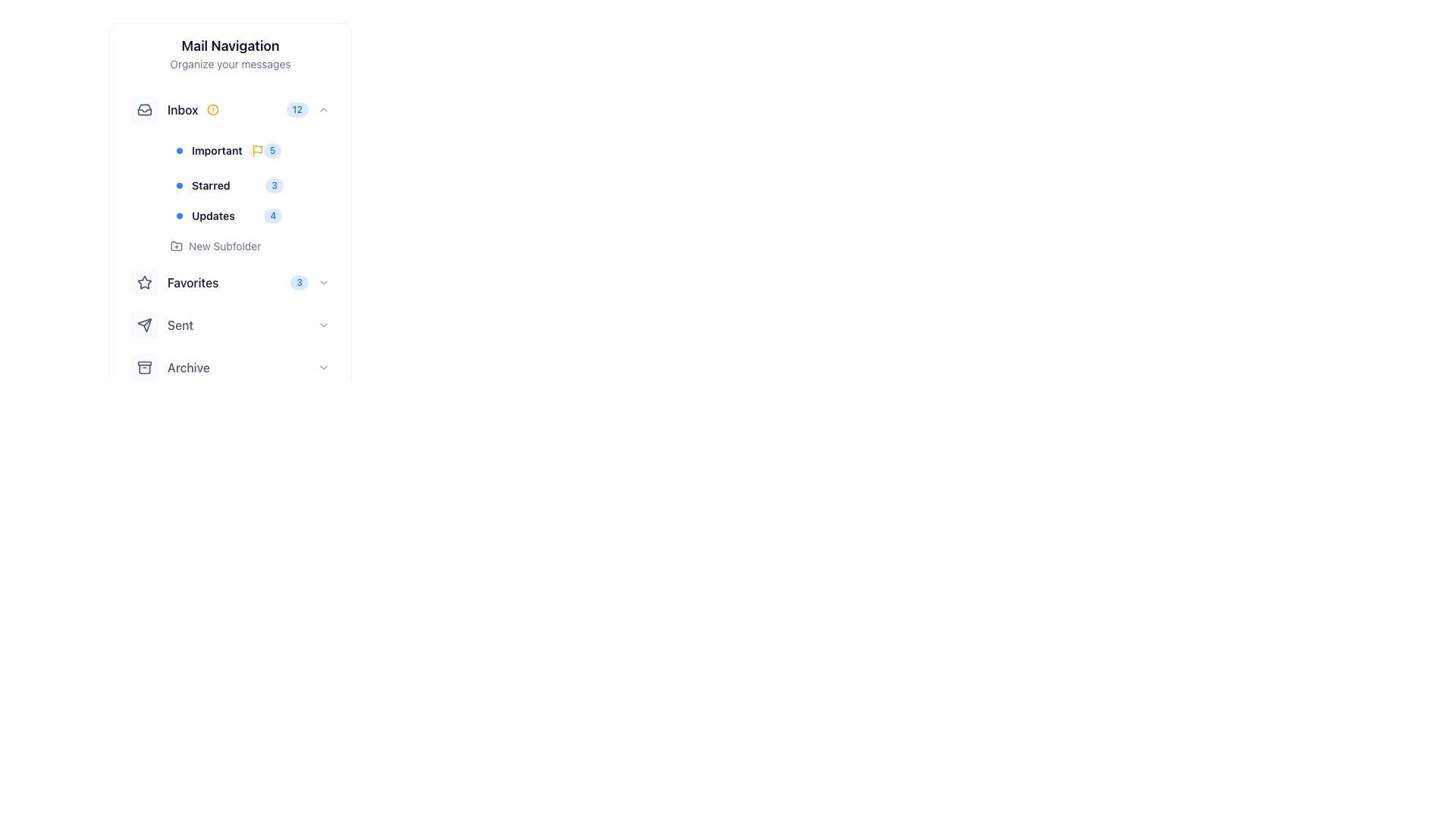 The image size is (1456, 819). I want to click on the 'Important' navigation menu item located in the left sidebar under the 'Inbox' label, so click(219, 151).